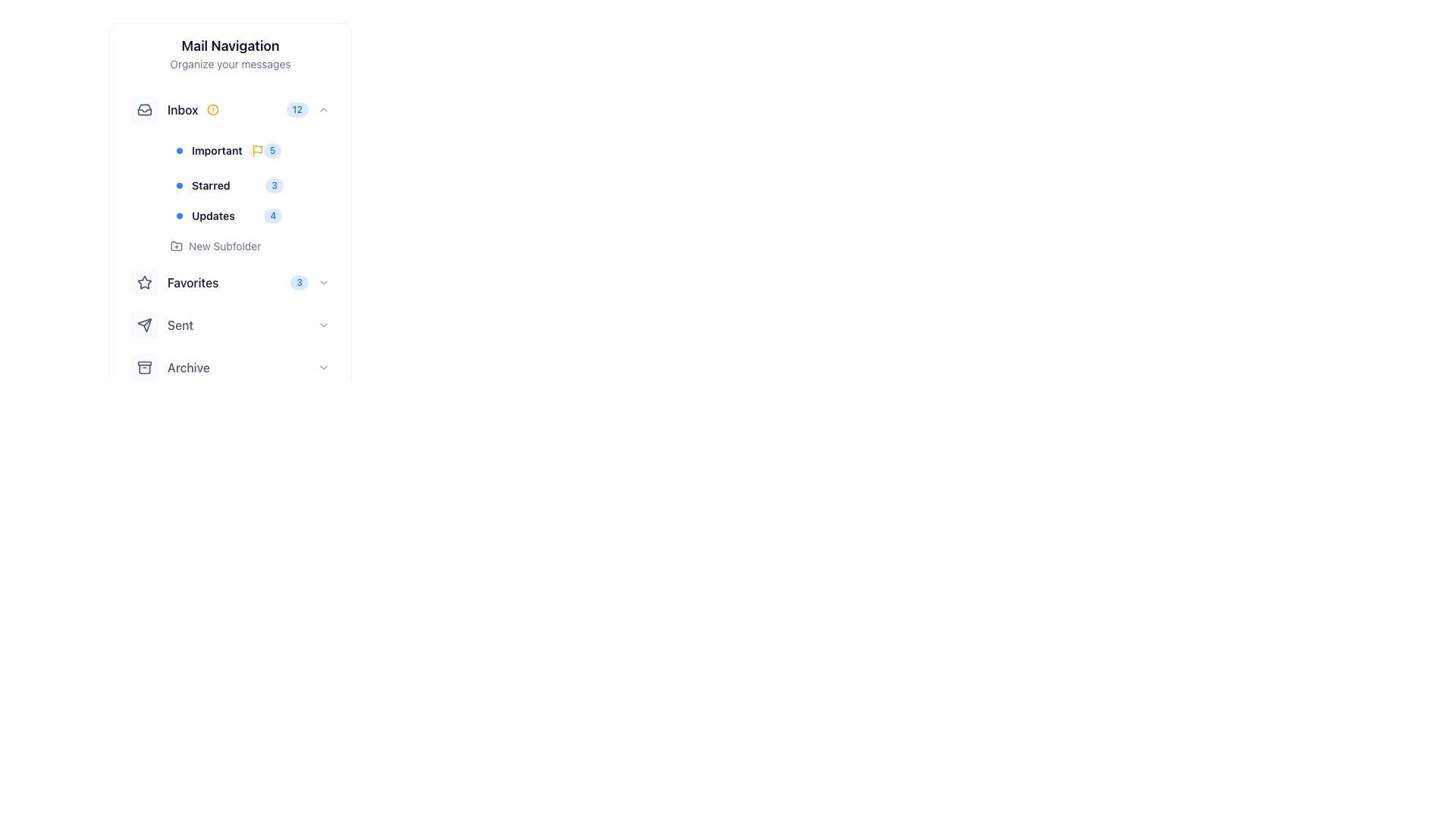 The image size is (1456, 819). I want to click on the 'Important' navigation menu item located in the left sidebar under the 'Inbox' label, so click(219, 151).